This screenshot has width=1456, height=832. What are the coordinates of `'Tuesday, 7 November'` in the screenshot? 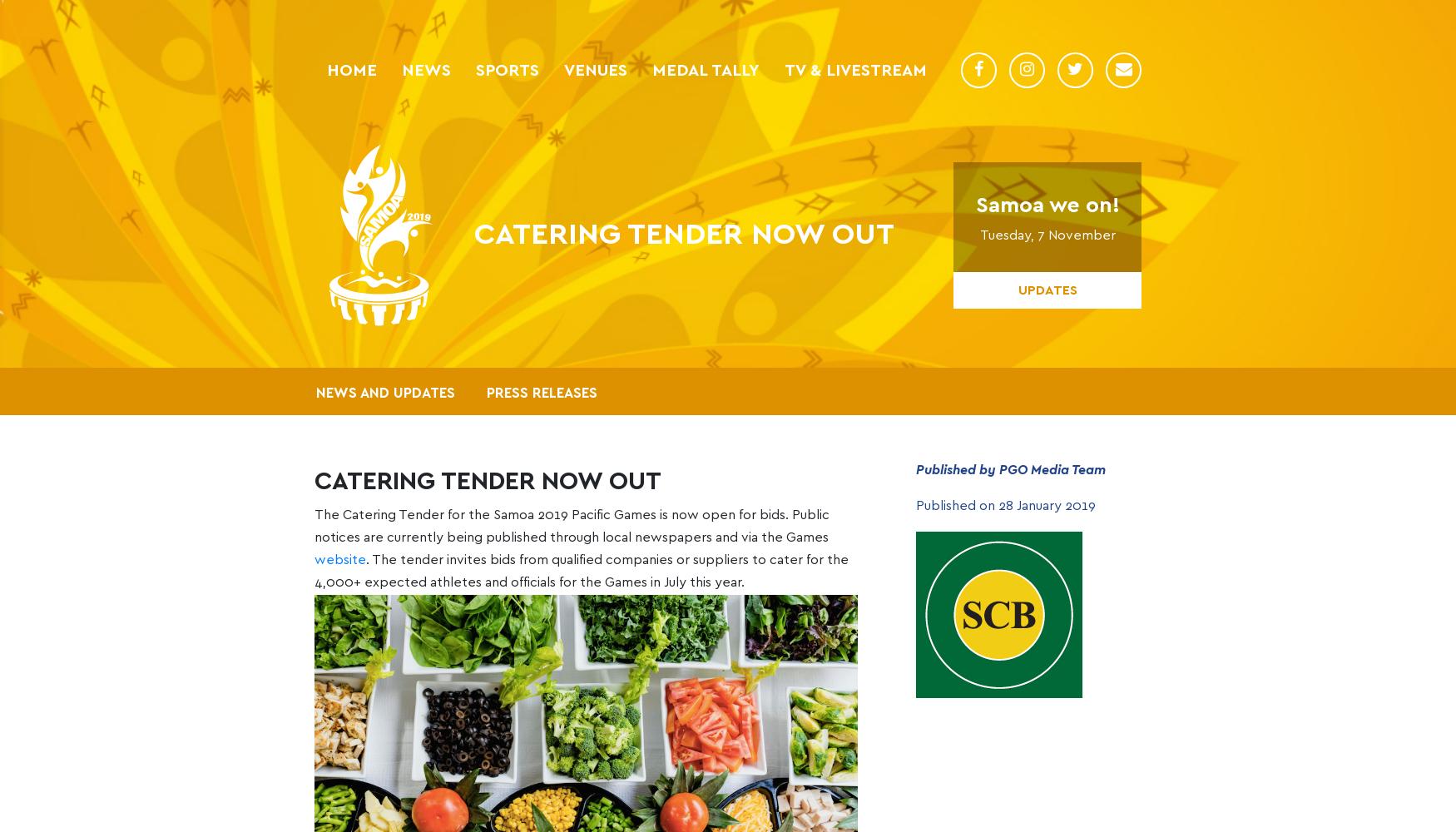 It's located at (1046, 235).